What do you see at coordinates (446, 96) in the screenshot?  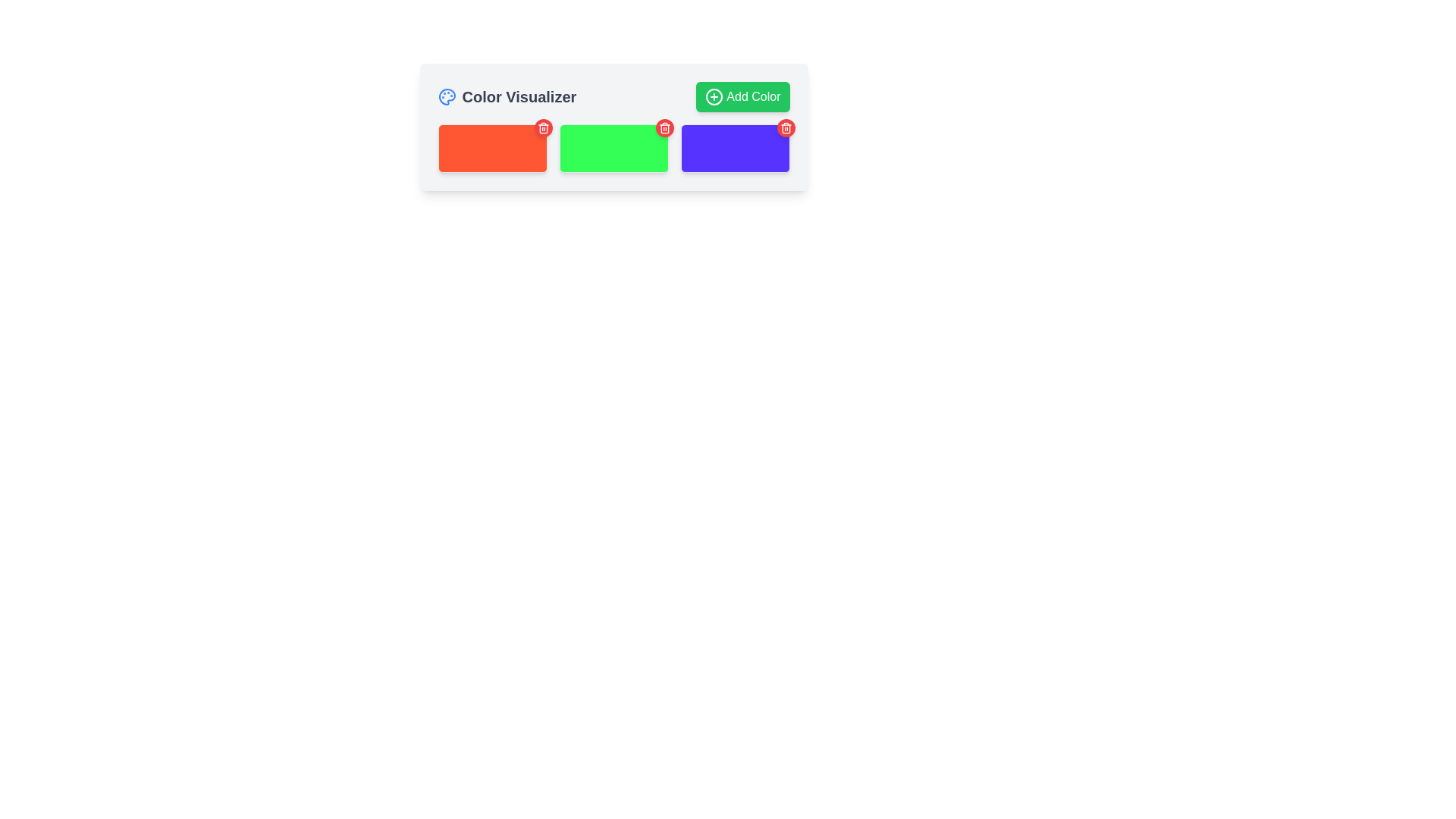 I see `the blue palette icon located to the immediate left of the 'Color Visualizer' text in the header section of the panel` at bounding box center [446, 96].